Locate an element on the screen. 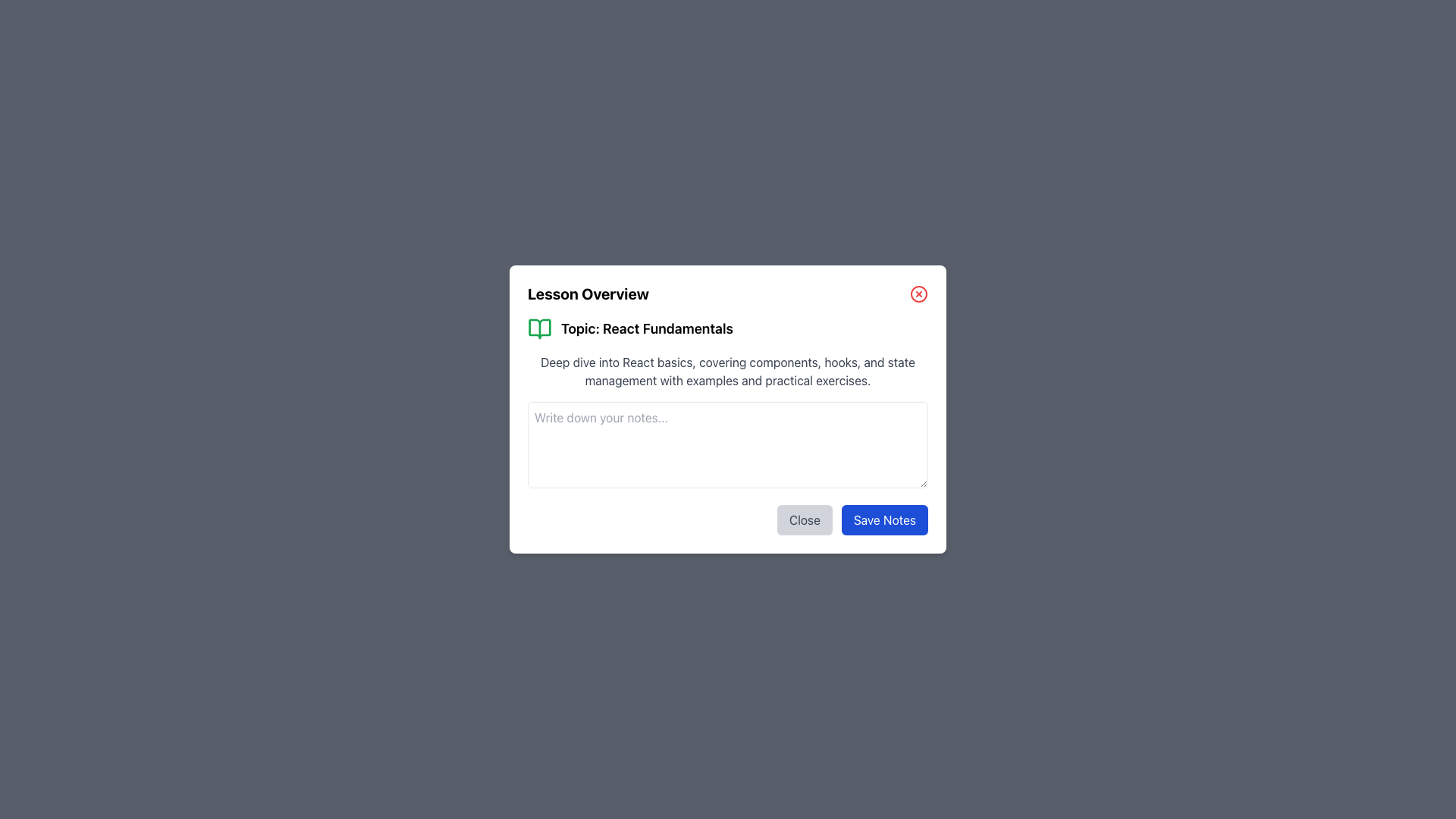  the 'Save' button located in the lower-right corner of the dialog box is located at coordinates (884, 519).